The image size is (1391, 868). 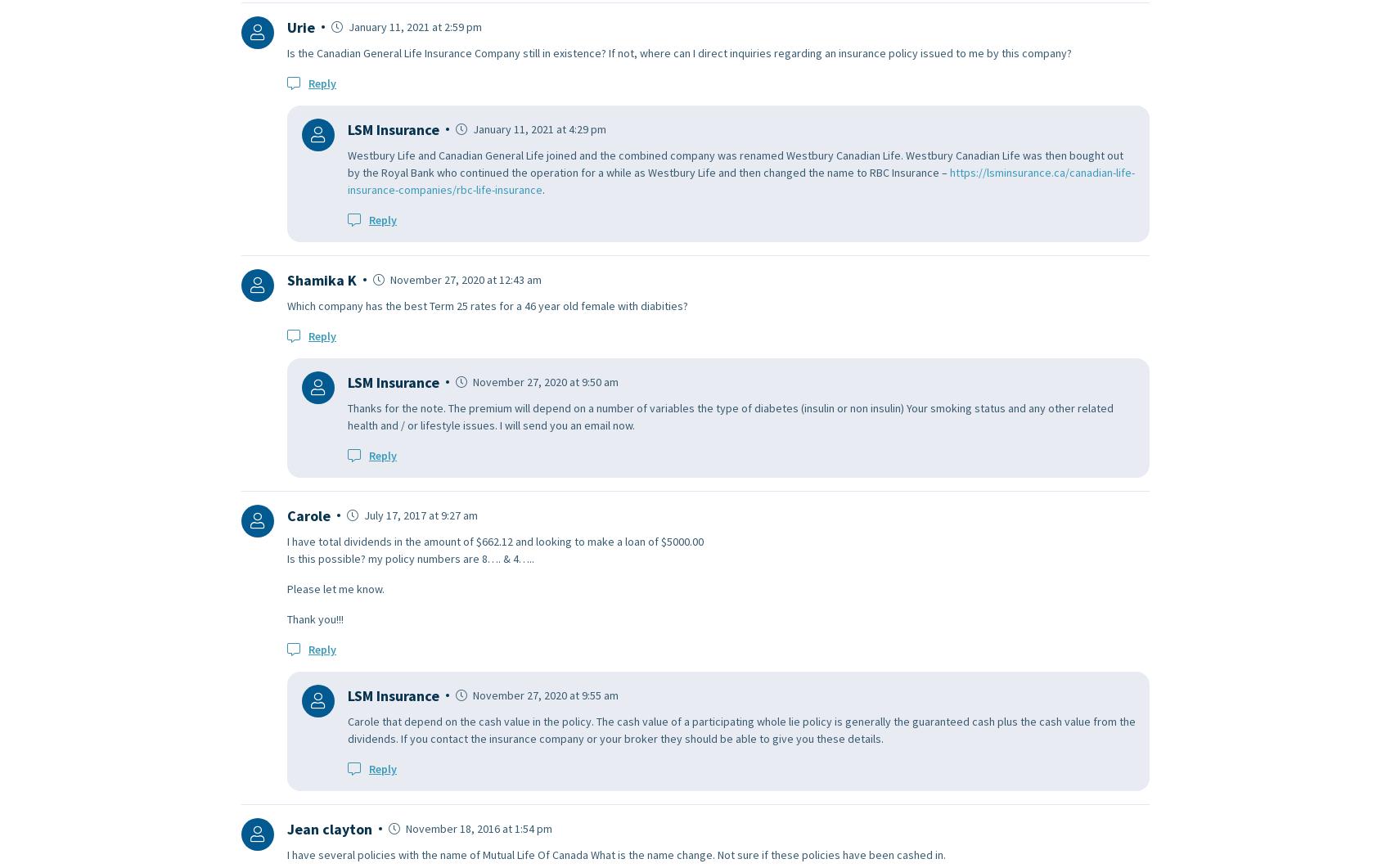 What do you see at coordinates (300, 26) in the screenshot?
I see `'Urie'` at bounding box center [300, 26].